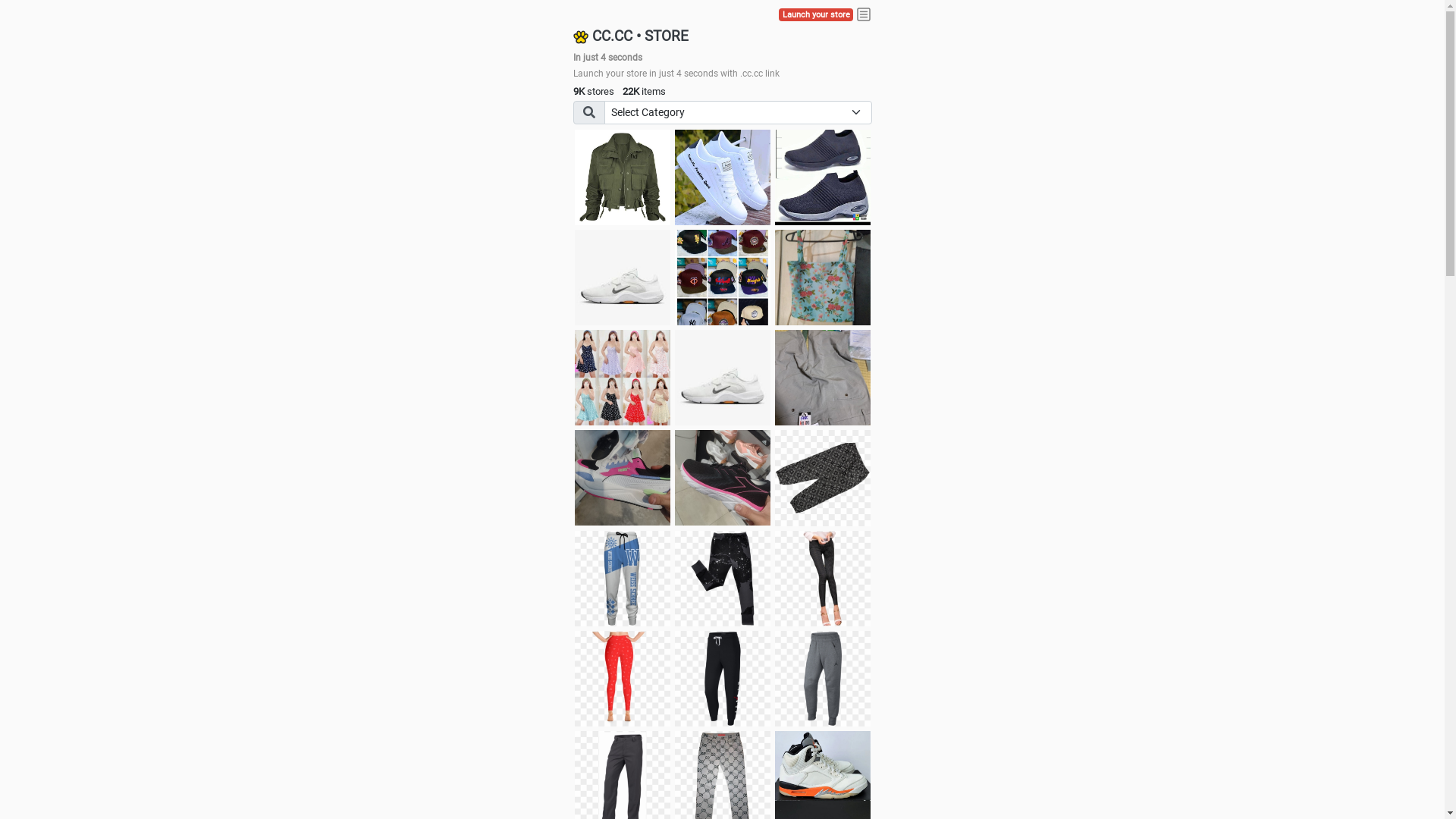 Image resolution: width=1456 pixels, height=819 pixels. Describe the element at coordinates (821, 476) in the screenshot. I see `'Short pant'` at that location.